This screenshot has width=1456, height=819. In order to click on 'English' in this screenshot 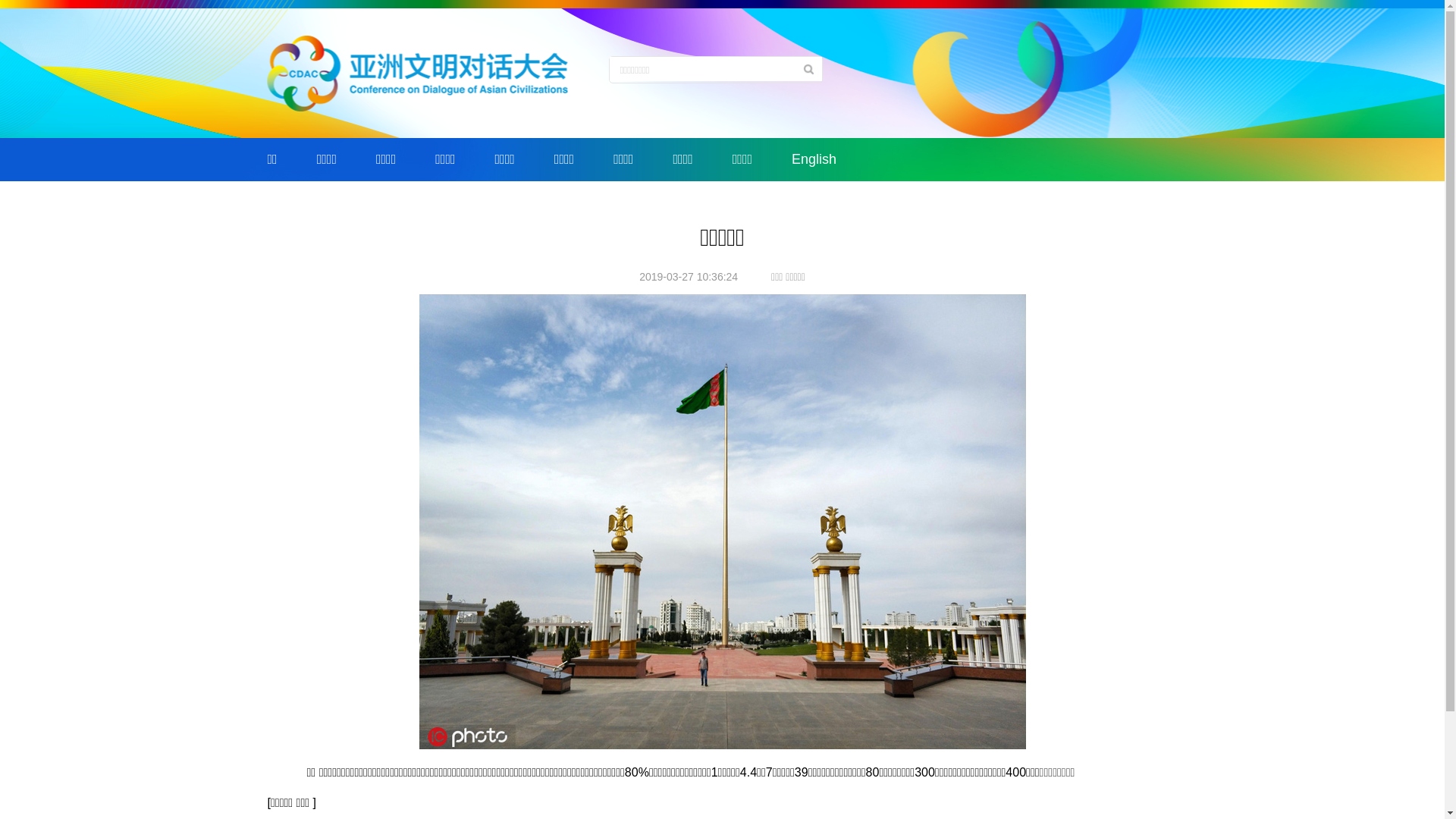, I will do `click(813, 158)`.